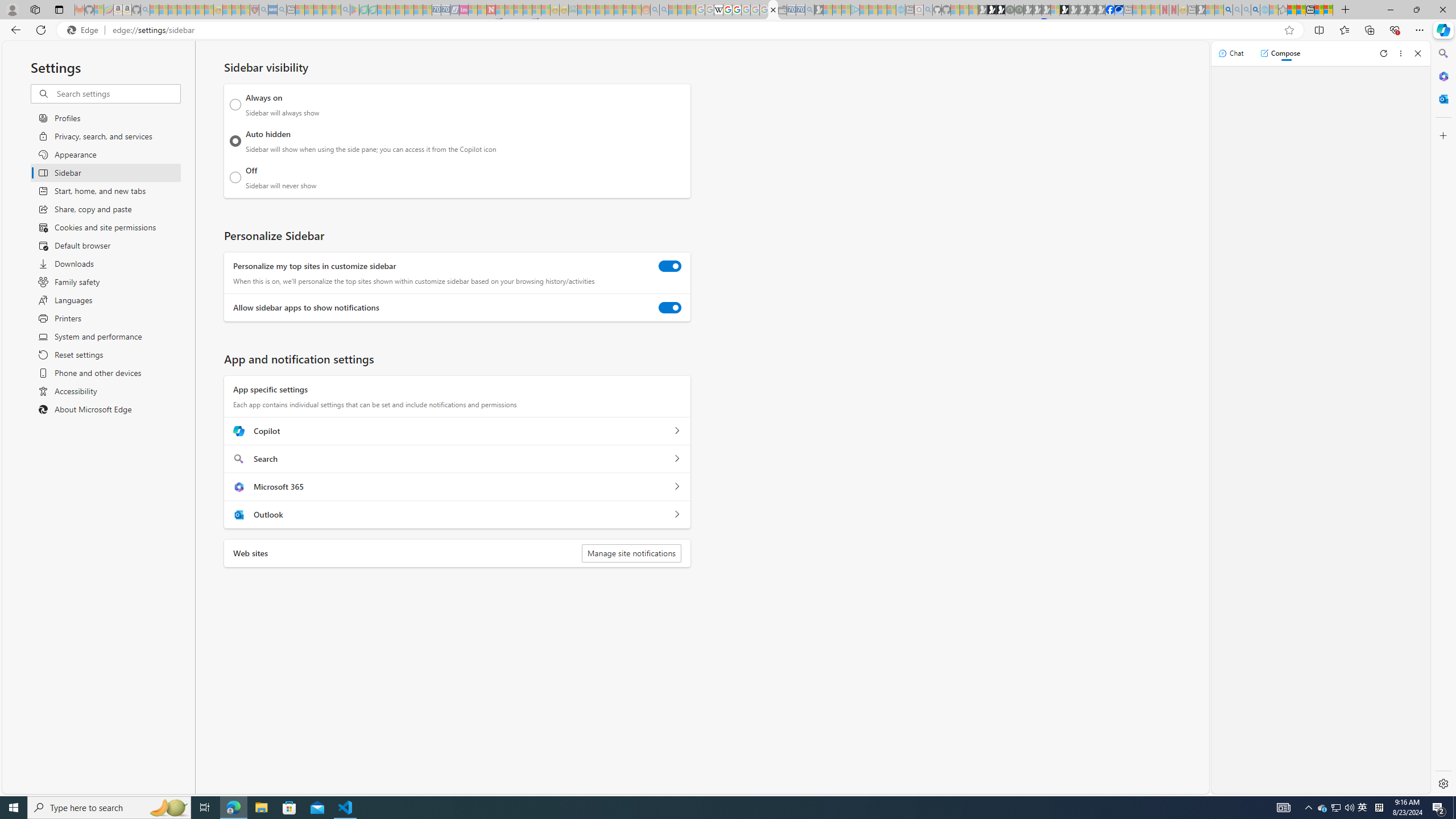 The image size is (1456, 819). What do you see at coordinates (809, 9) in the screenshot?
I see `'Bing Real Estate - Home sales and rental listings - Sleeping'` at bounding box center [809, 9].